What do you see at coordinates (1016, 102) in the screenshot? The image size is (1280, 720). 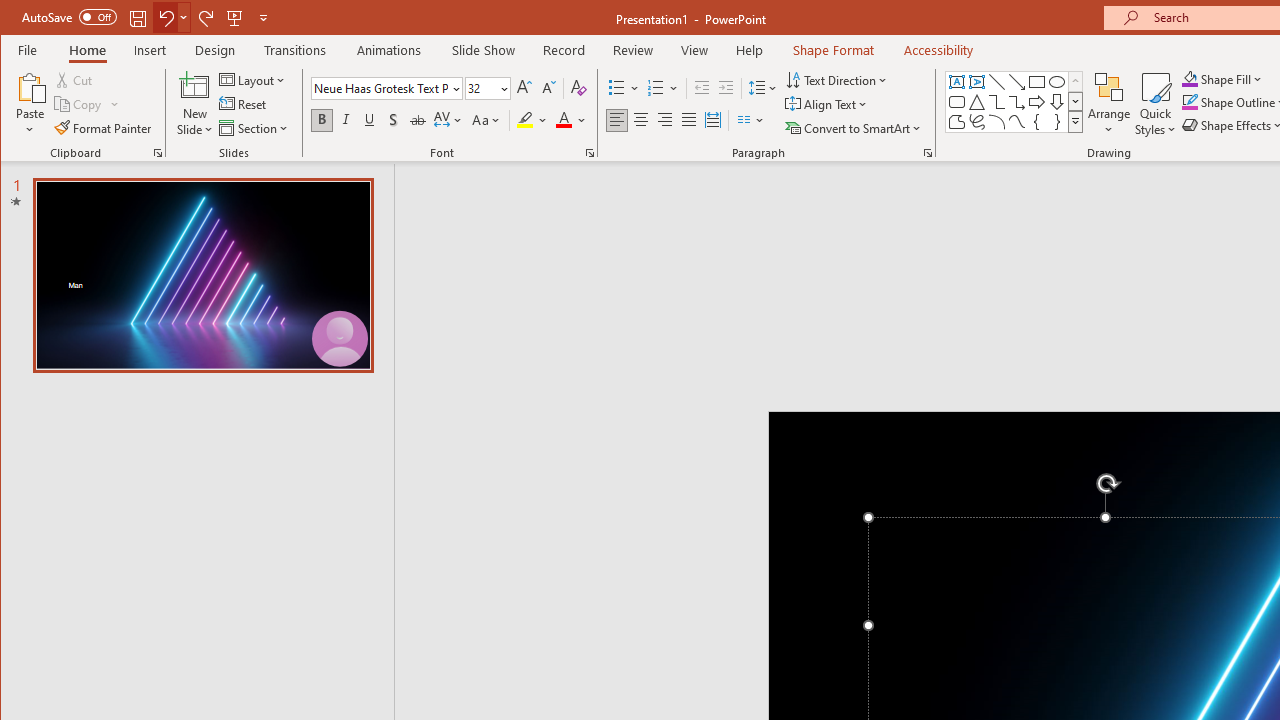 I see `'Connector: Elbow Arrow'` at bounding box center [1016, 102].